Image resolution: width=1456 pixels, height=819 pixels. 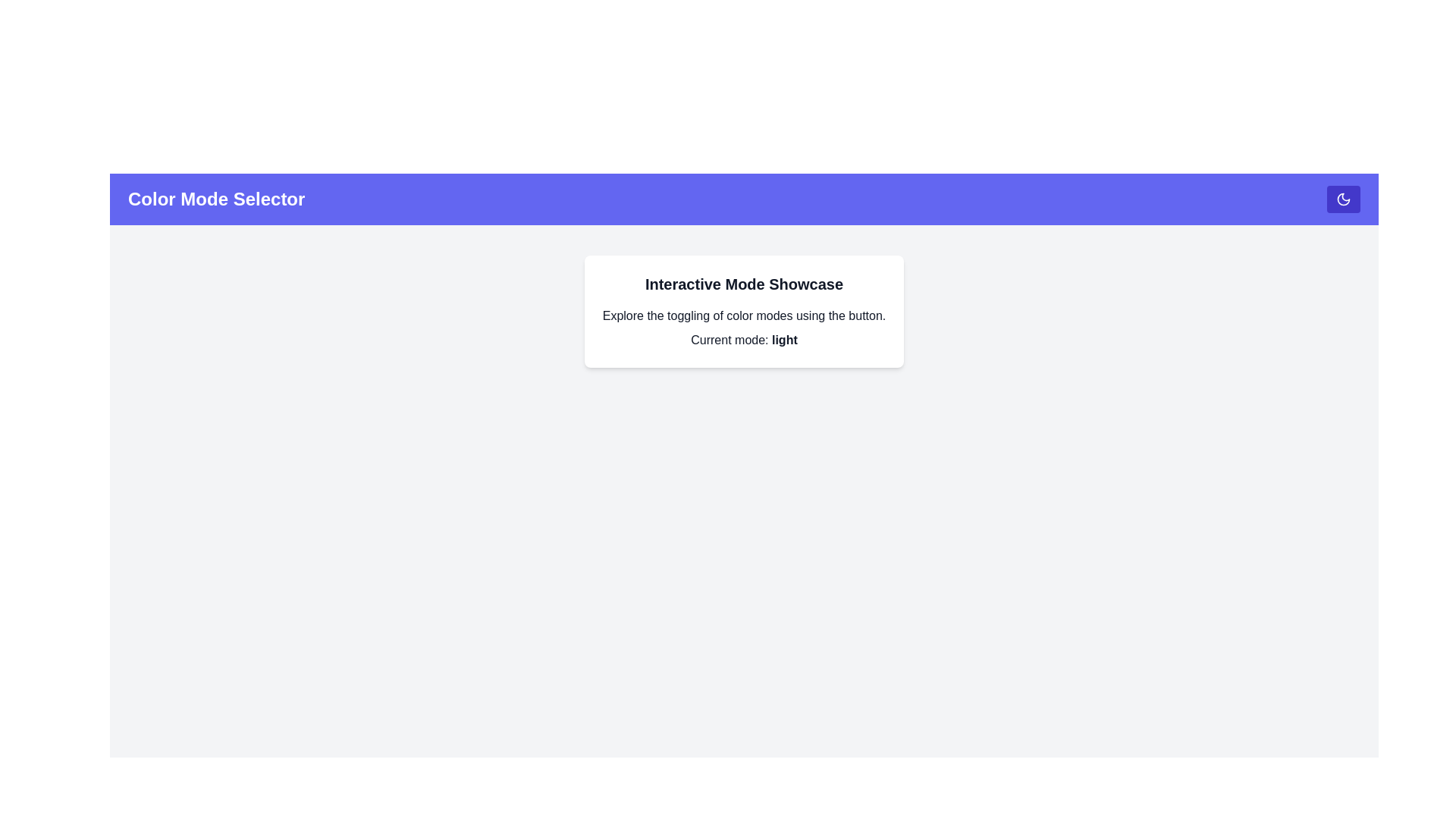 What do you see at coordinates (1343, 198) in the screenshot?
I see `the crescent moon icon located at the top-right corner of the header bar` at bounding box center [1343, 198].